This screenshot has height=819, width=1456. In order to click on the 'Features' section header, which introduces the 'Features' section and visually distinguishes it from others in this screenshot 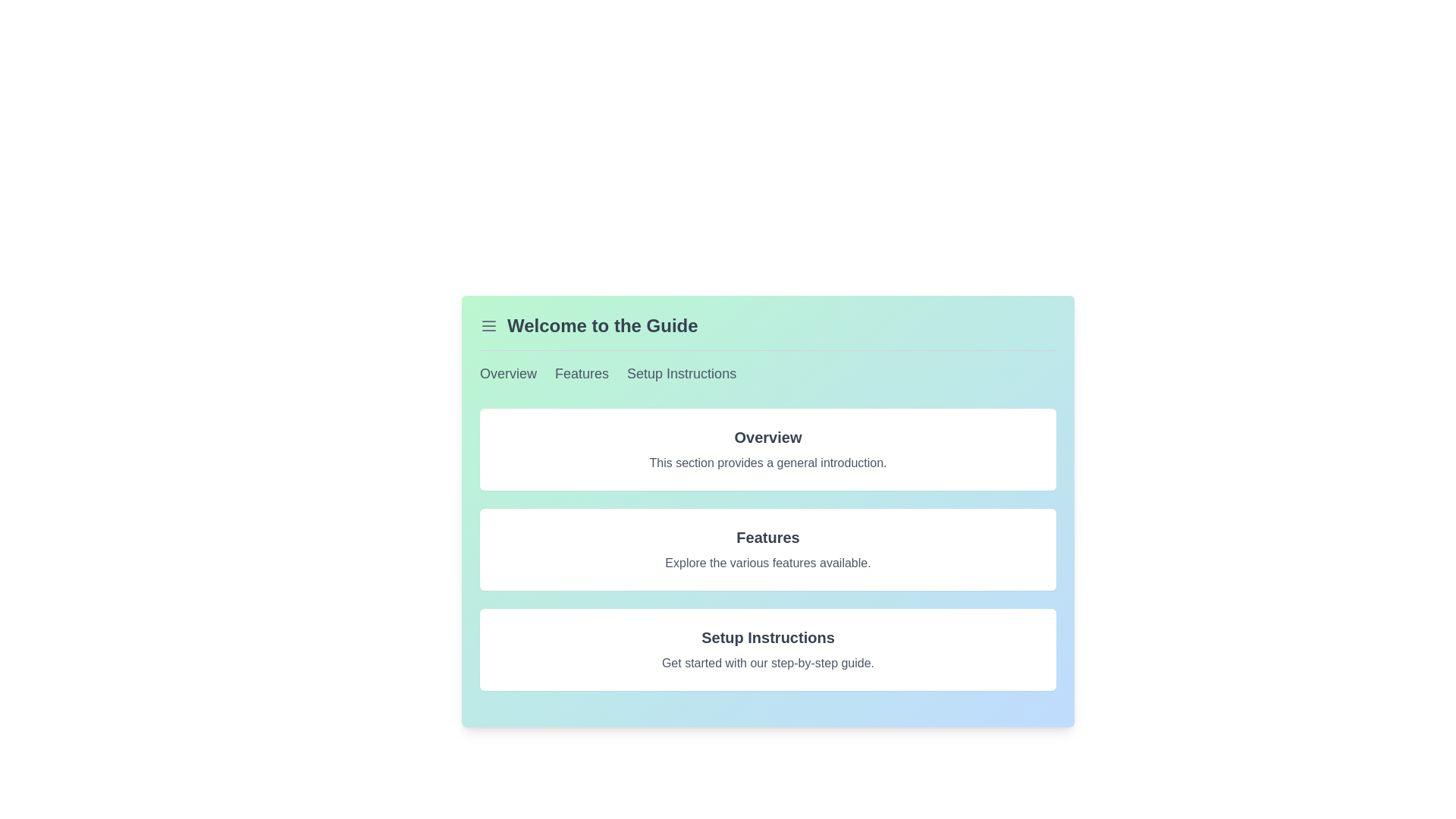, I will do `click(767, 537)`.